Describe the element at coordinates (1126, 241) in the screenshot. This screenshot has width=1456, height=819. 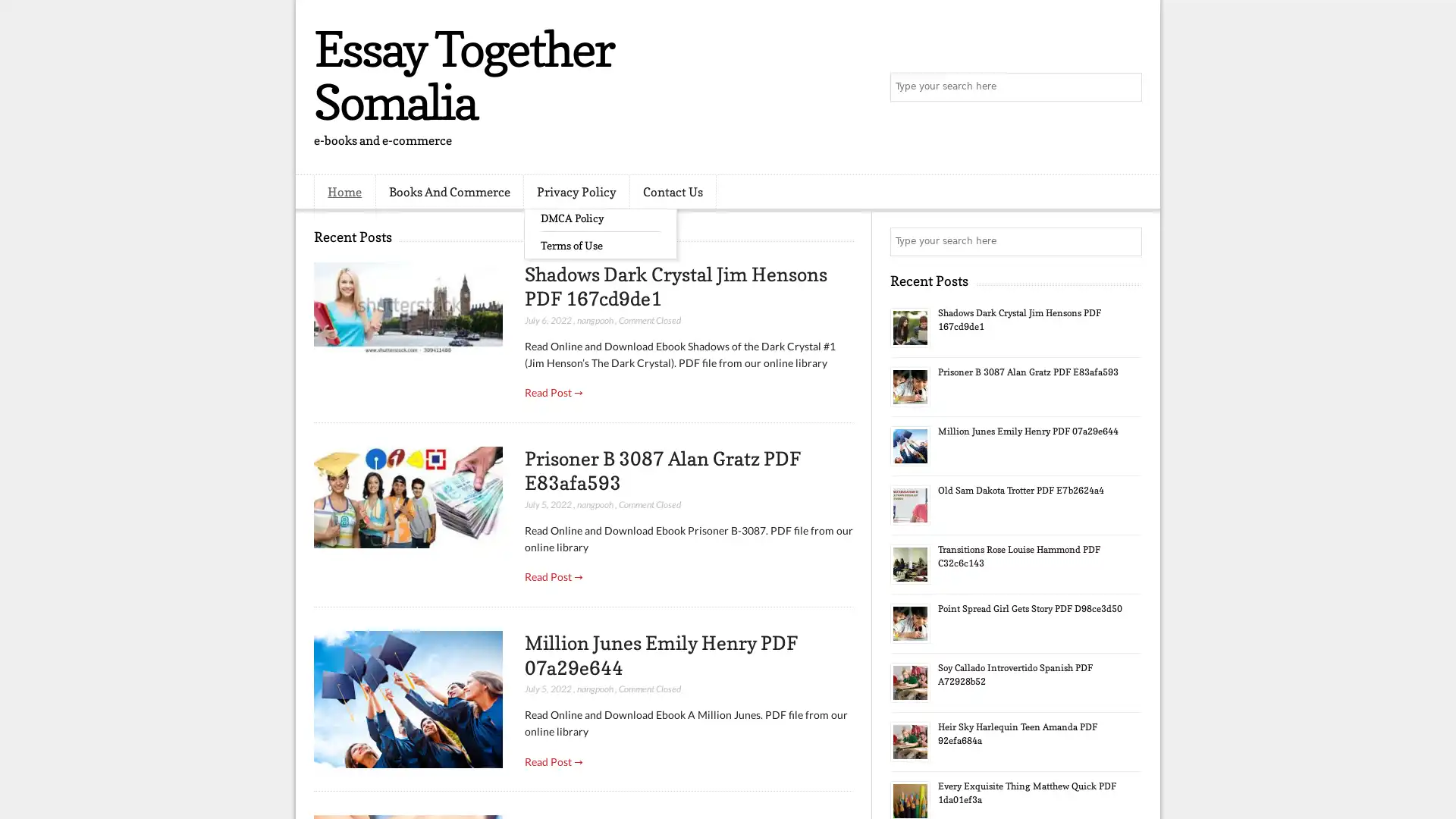
I see `Search` at that location.